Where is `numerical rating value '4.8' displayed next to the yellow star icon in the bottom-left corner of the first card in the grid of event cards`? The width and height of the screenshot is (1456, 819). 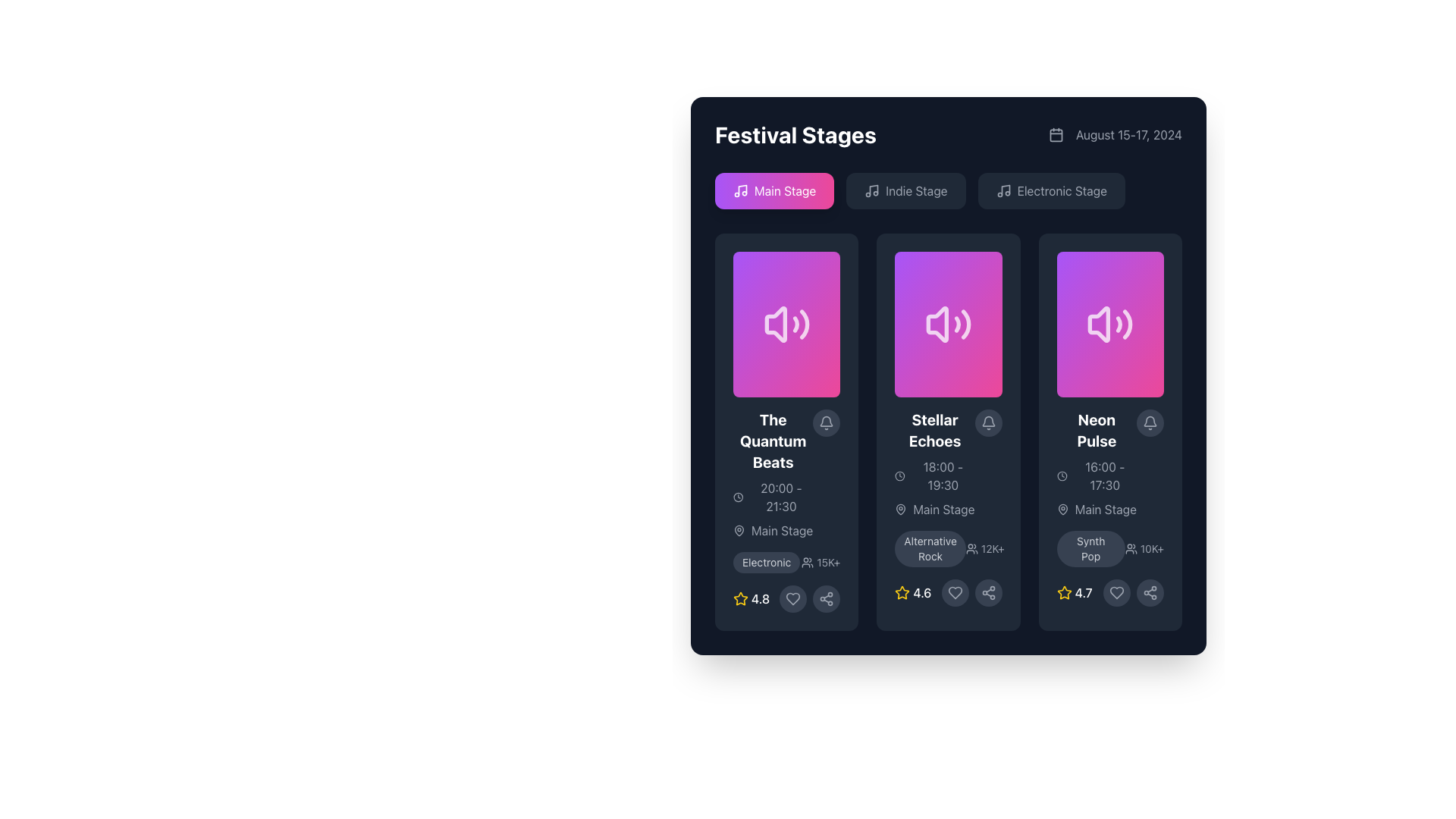
numerical rating value '4.8' displayed next to the yellow star icon in the bottom-left corner of the first card in the grid of event cards is located at coordinates (752, 598).